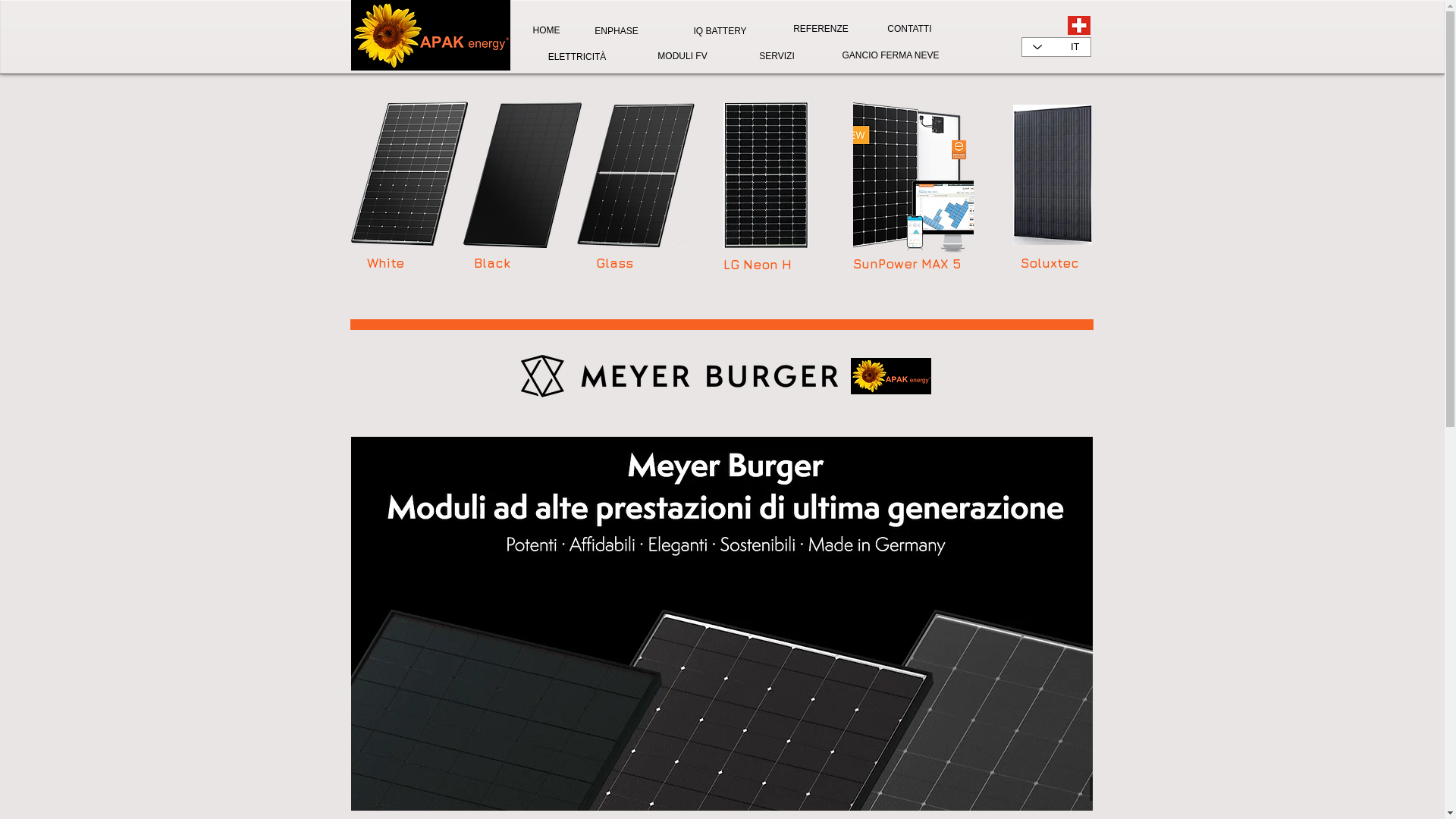 Image resolution: width=1456 pixels, height=819 pixels. I want to click on 'REFERENZE', so click(819, 29).